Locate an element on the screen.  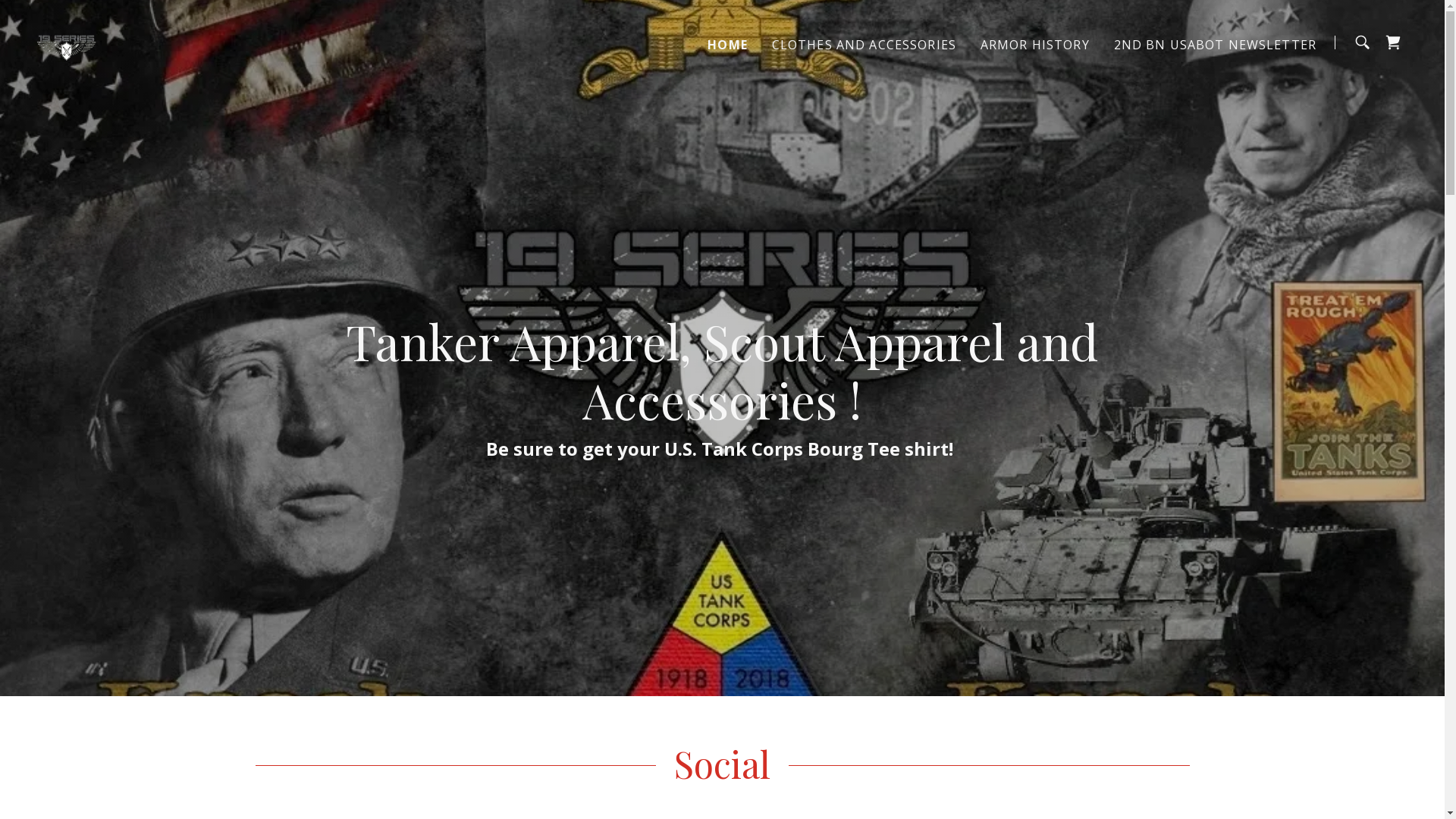
'ARMOR HISTORY' is located at coordinates (1034, 42).